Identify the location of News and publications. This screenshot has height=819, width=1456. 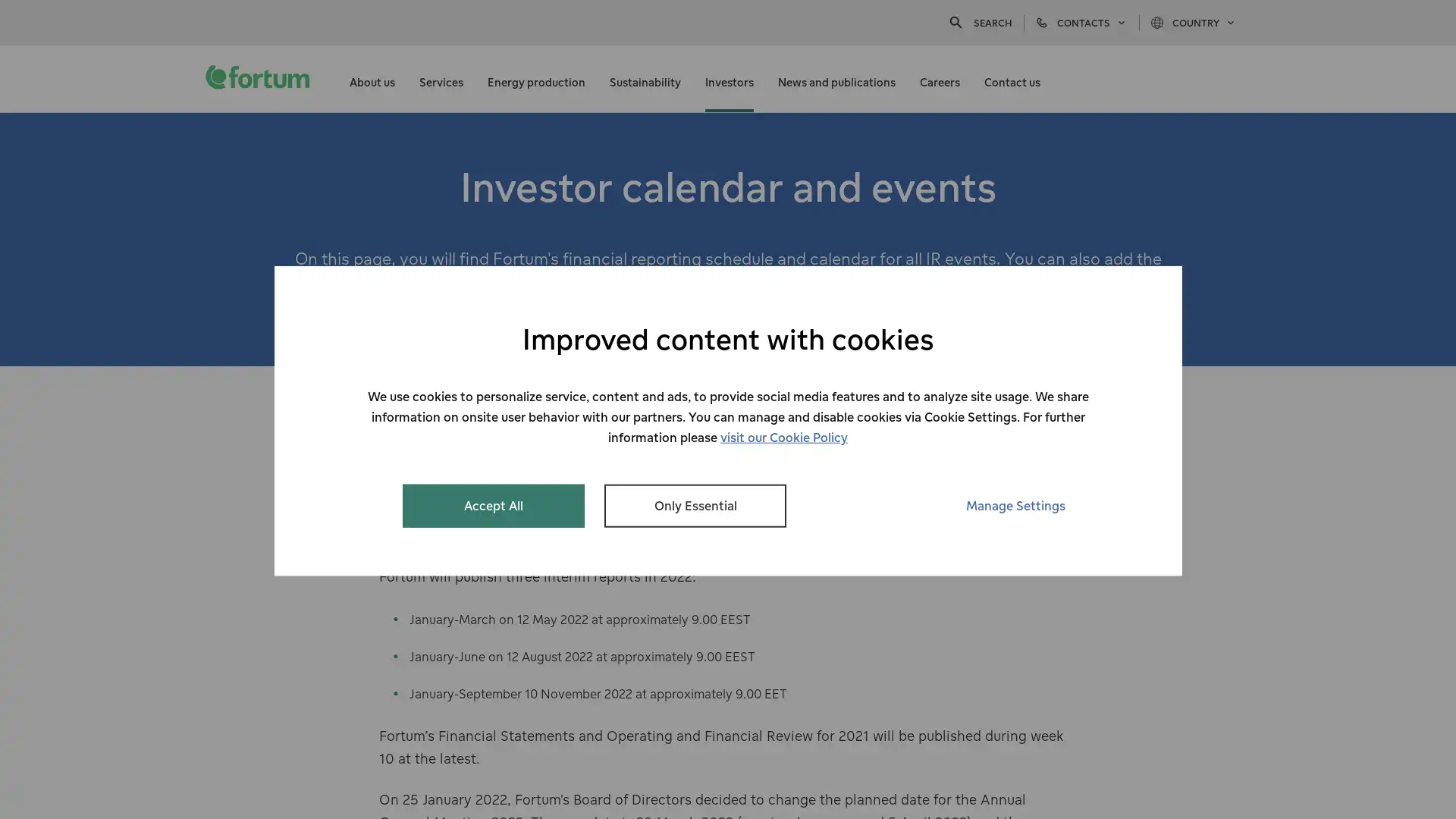
(836, 79).